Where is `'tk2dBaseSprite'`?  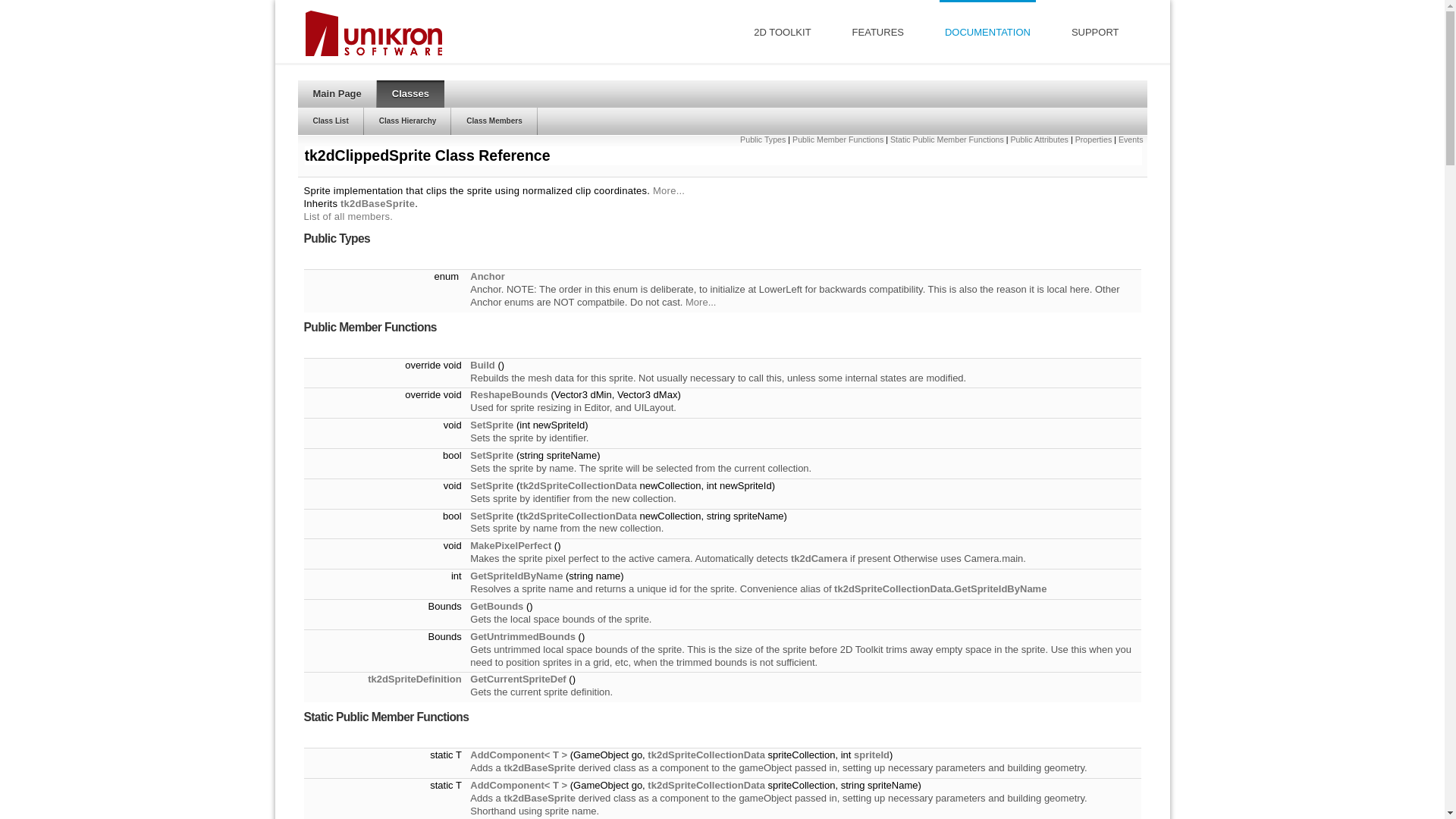
'tk2dBaseSprite' is located at coordinates (378, 202).